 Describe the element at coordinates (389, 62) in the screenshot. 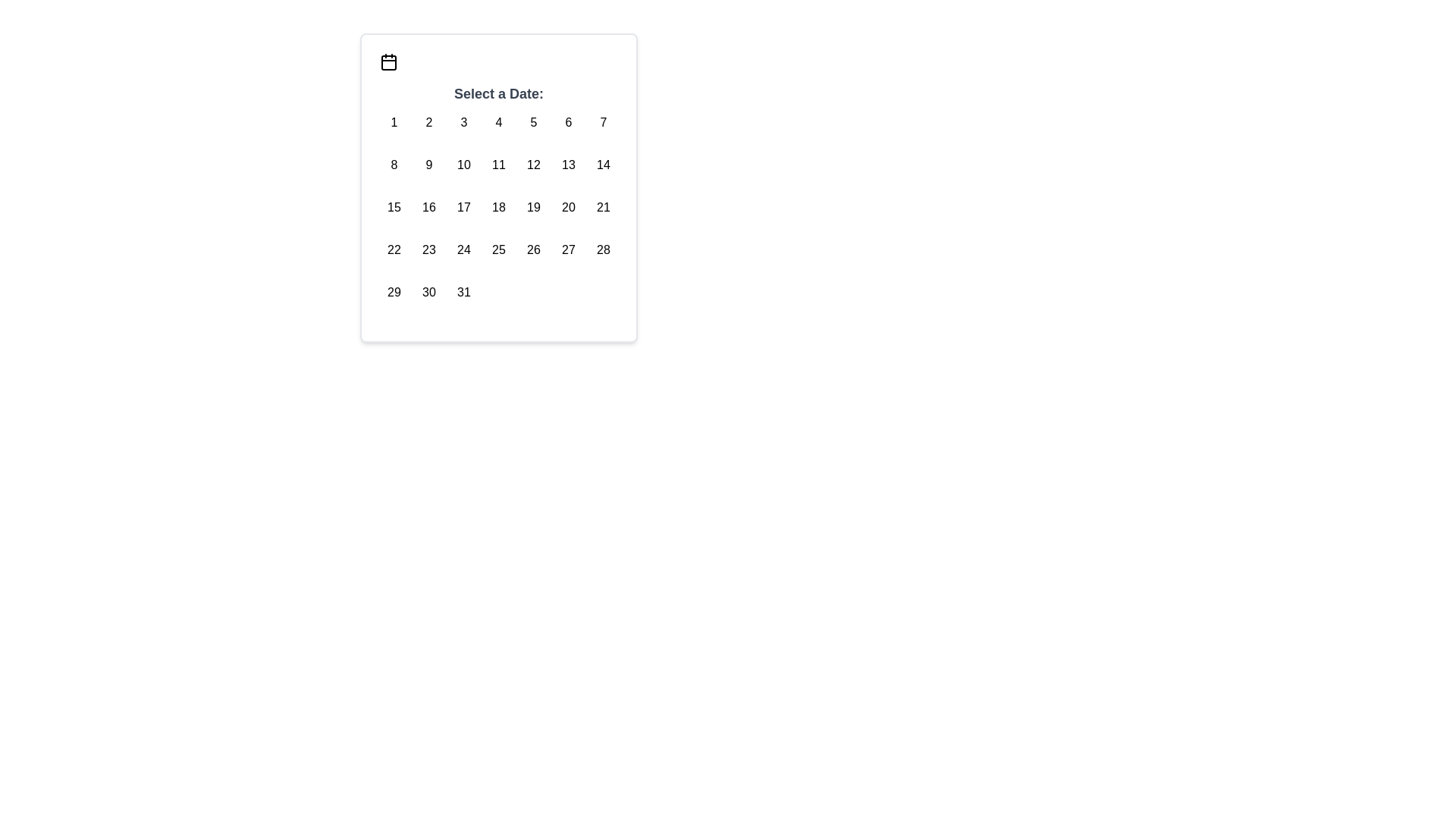

I see `the small rectangle with rounded edges inside the top-left corner of the calendar icon` at that location.